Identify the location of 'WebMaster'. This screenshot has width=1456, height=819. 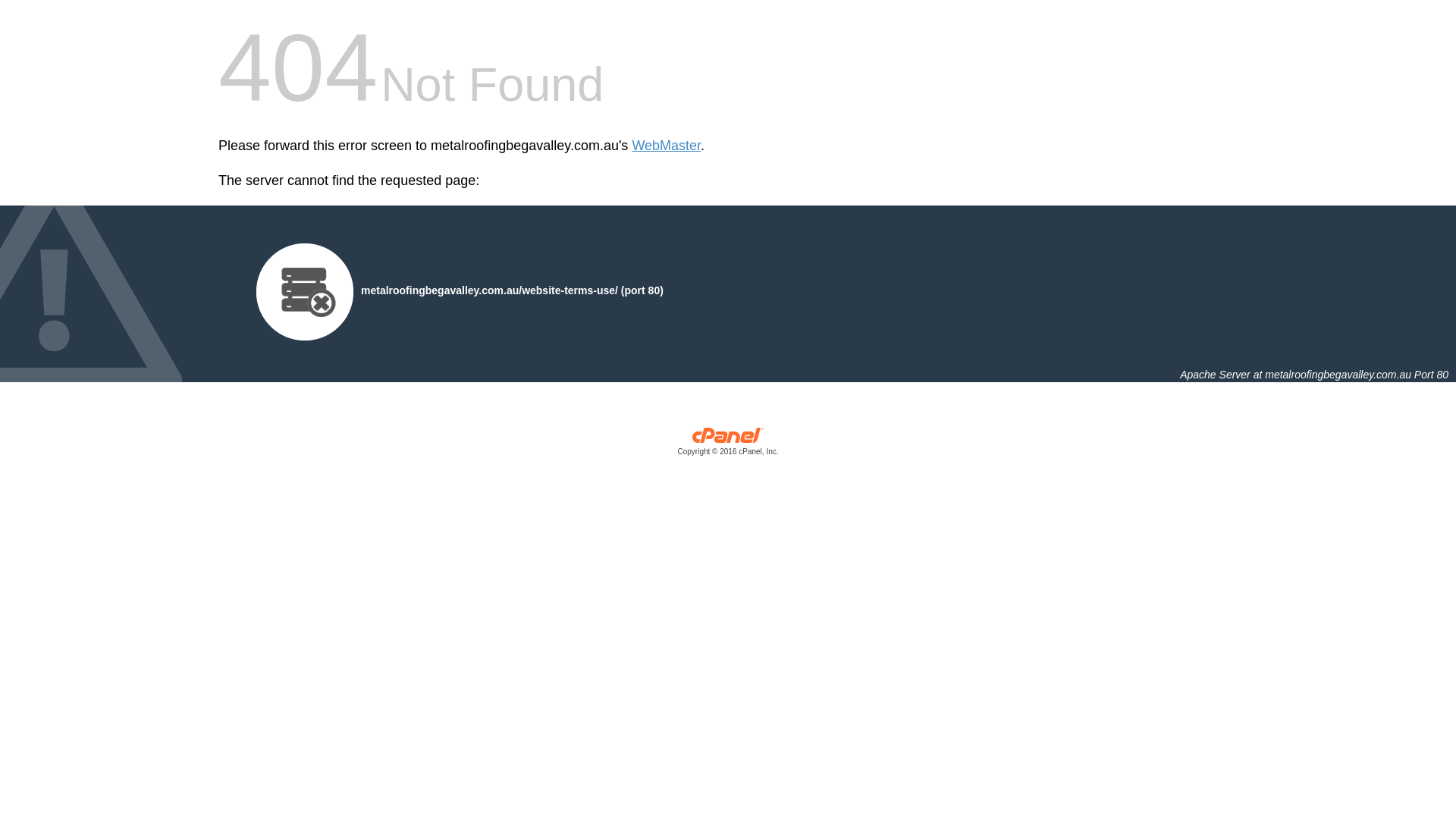
(666, 146).